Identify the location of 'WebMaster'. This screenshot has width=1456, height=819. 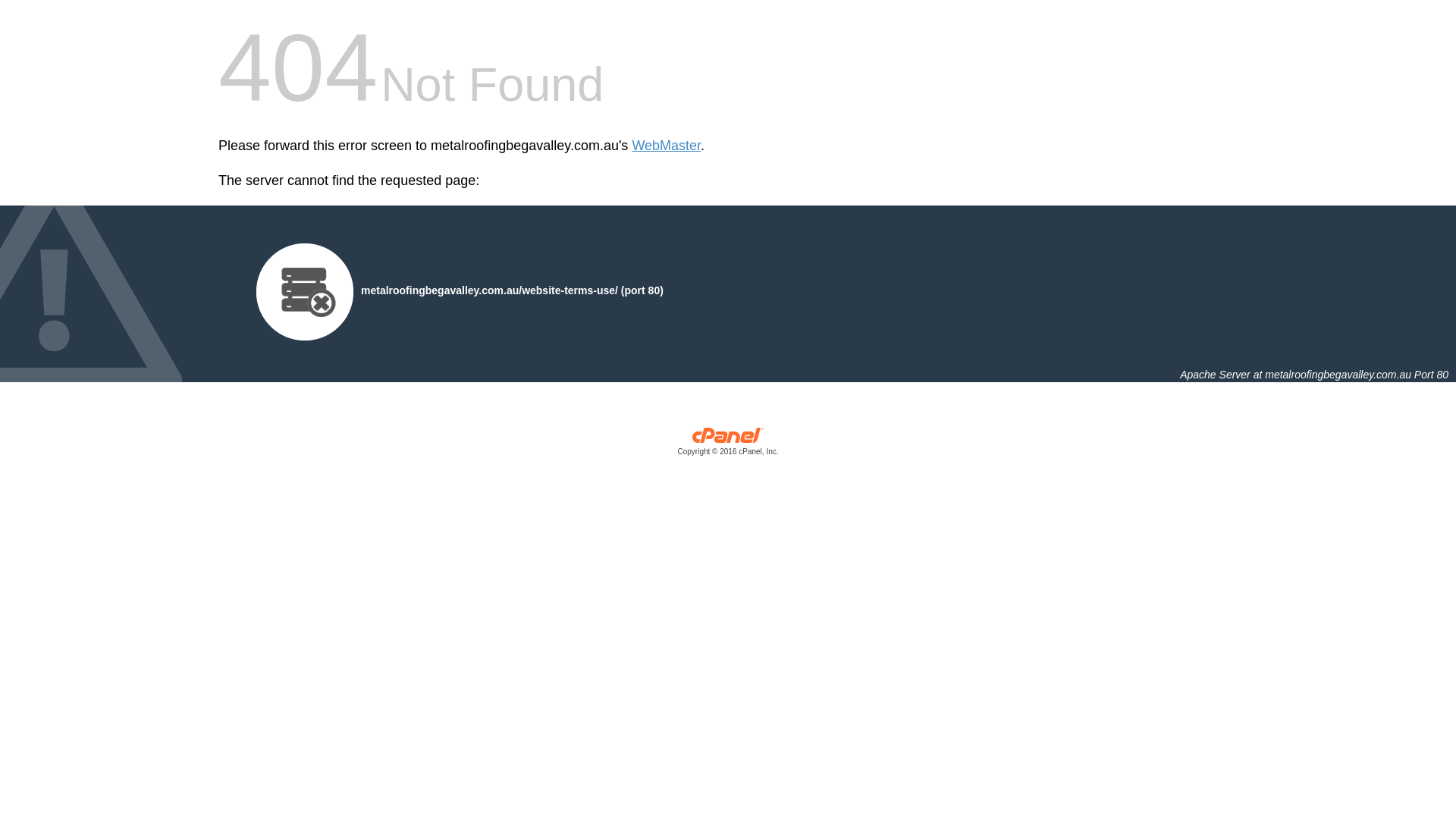
(666, 146).